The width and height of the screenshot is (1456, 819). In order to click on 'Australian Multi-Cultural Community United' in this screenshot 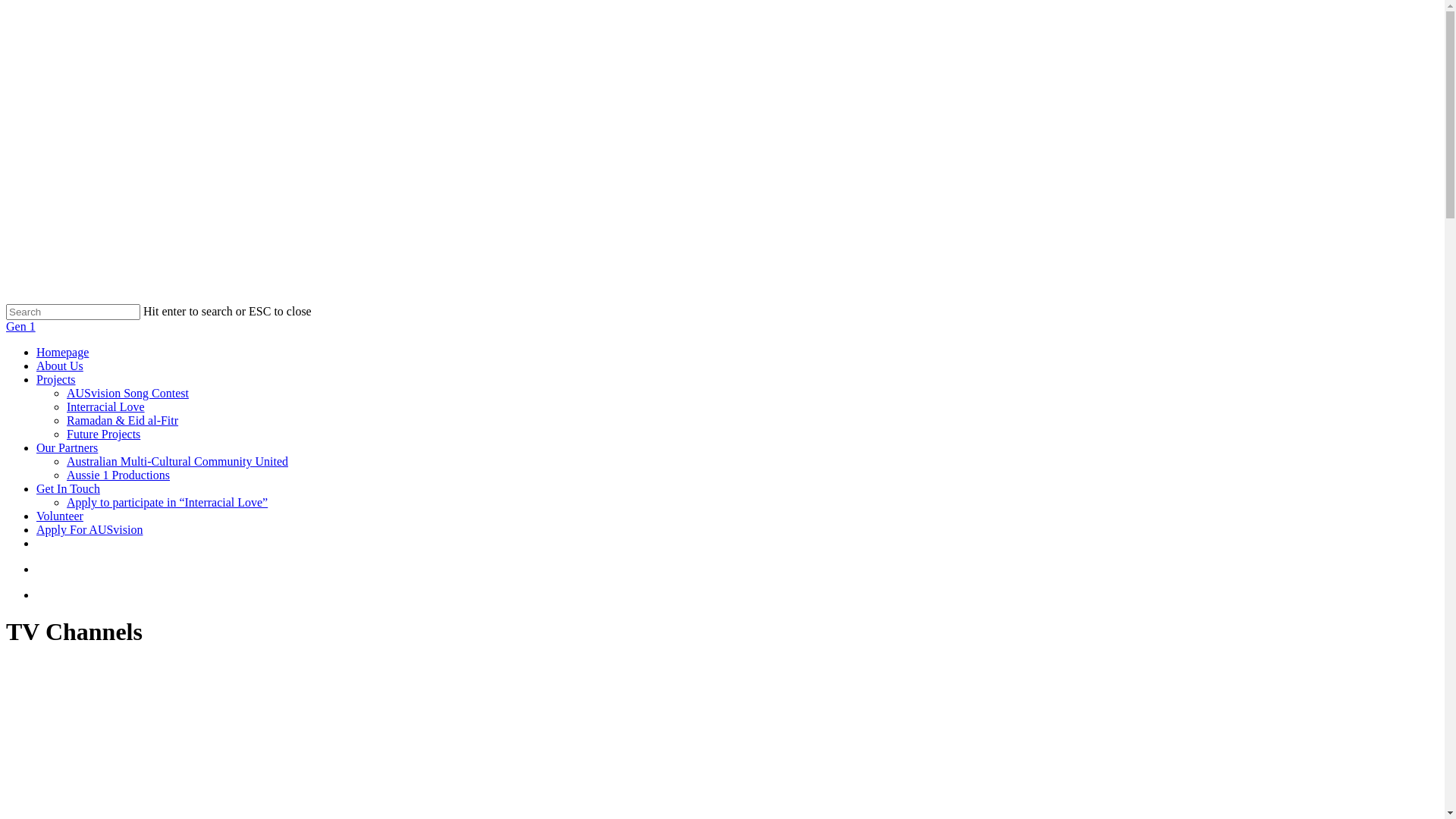, I will do `click(65, 460)`.